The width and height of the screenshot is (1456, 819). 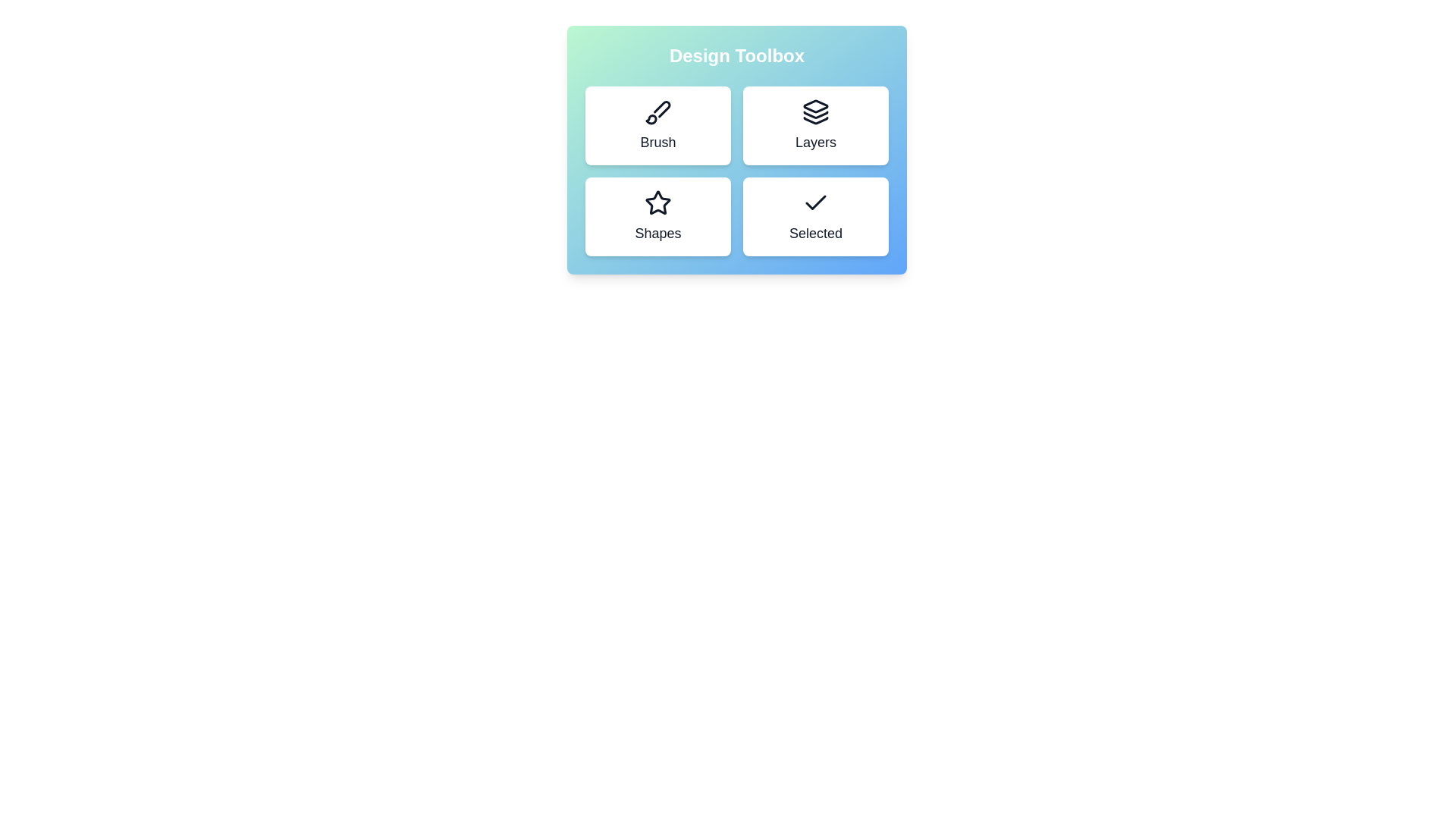 I want to click on the button labeled Selected to select or deselect it, so click(x=814, y=216).